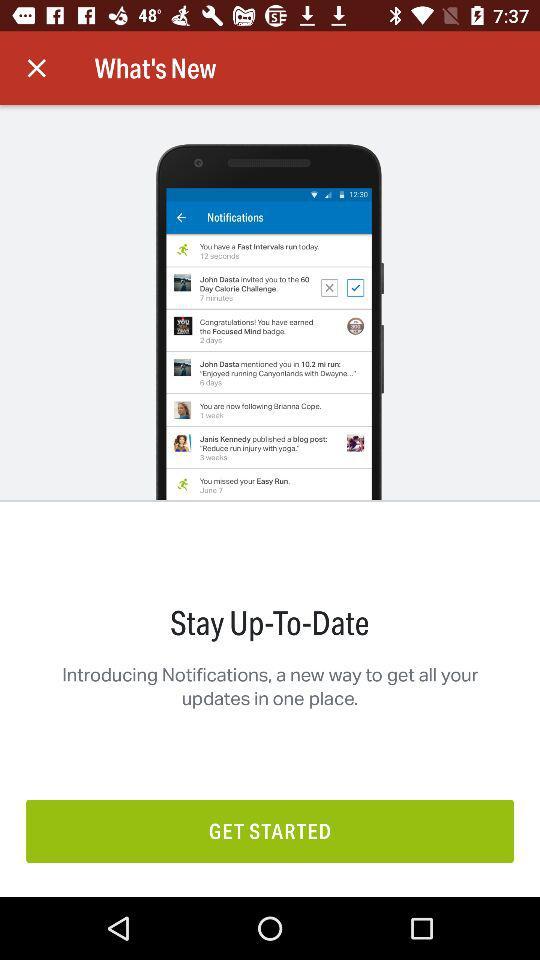  Describe the element at coordinates (270, 831) in the screenshot. I see `the get started icon` at that location.